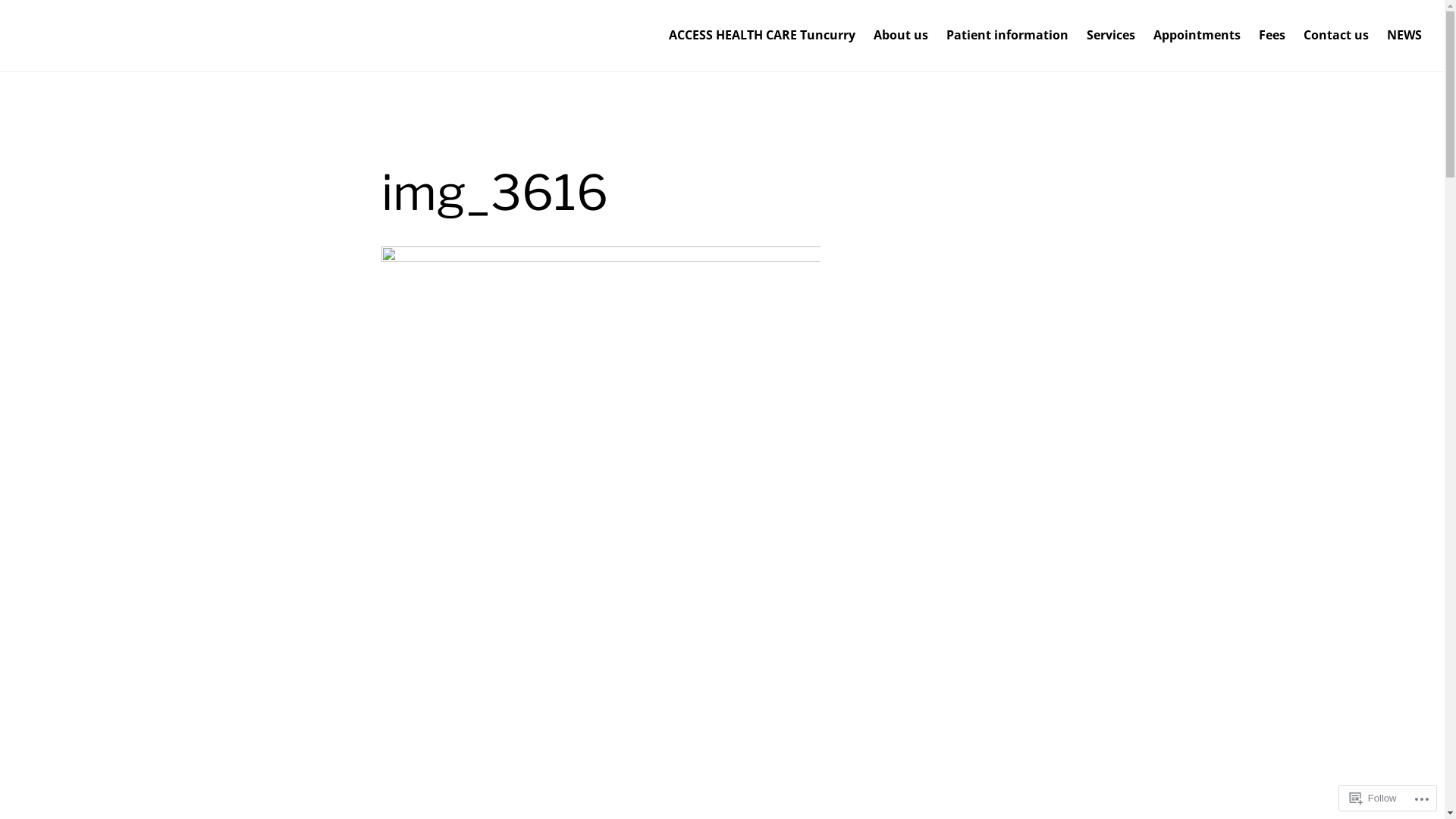  I want to click on 'Access Health Care Tuncurry', so click(188, 49).